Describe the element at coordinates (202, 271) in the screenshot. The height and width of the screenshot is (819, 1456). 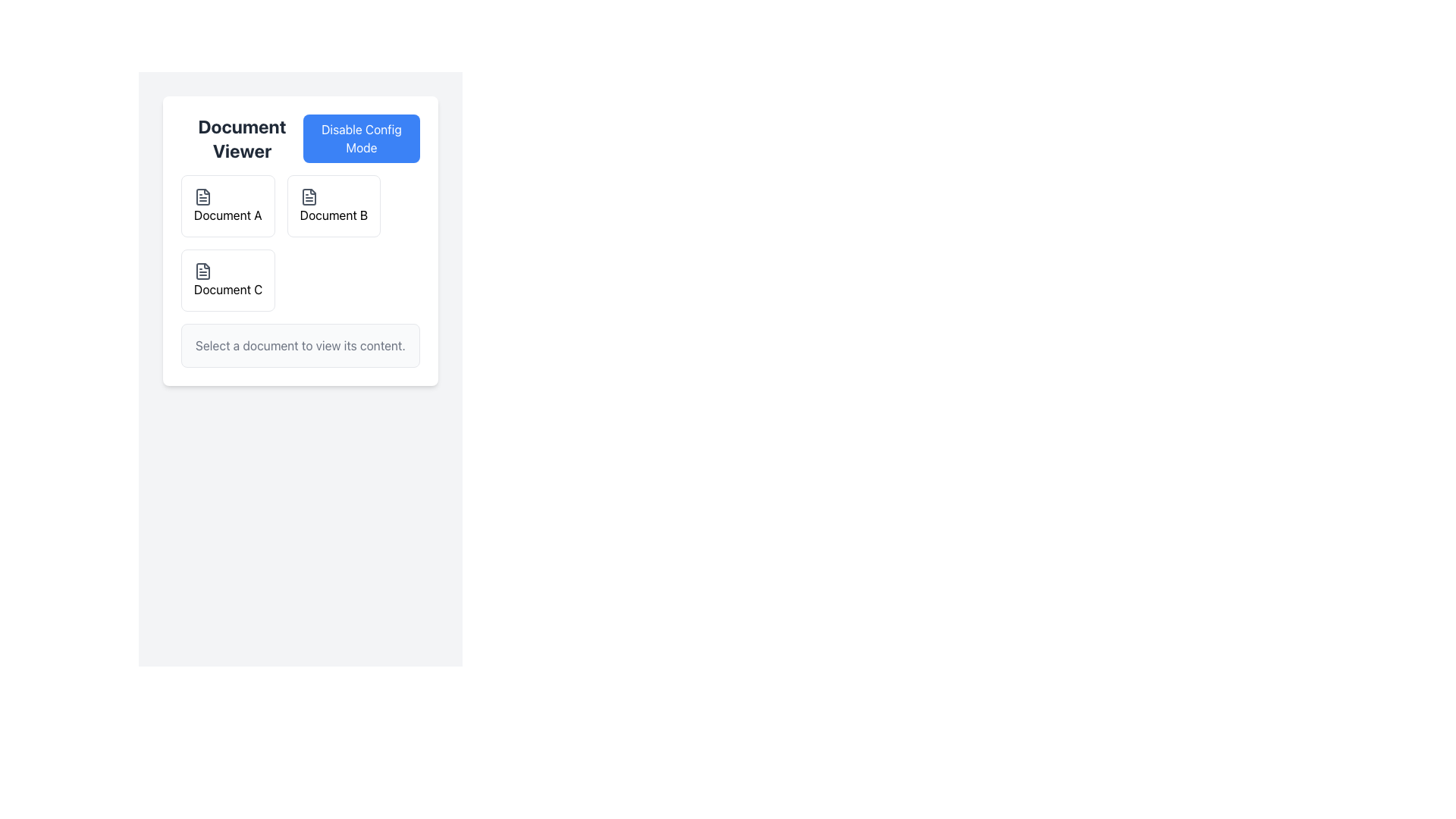
I see `the document icon located to the left of the text label 'Document C' under the 'Document Viewer' header` at that location.